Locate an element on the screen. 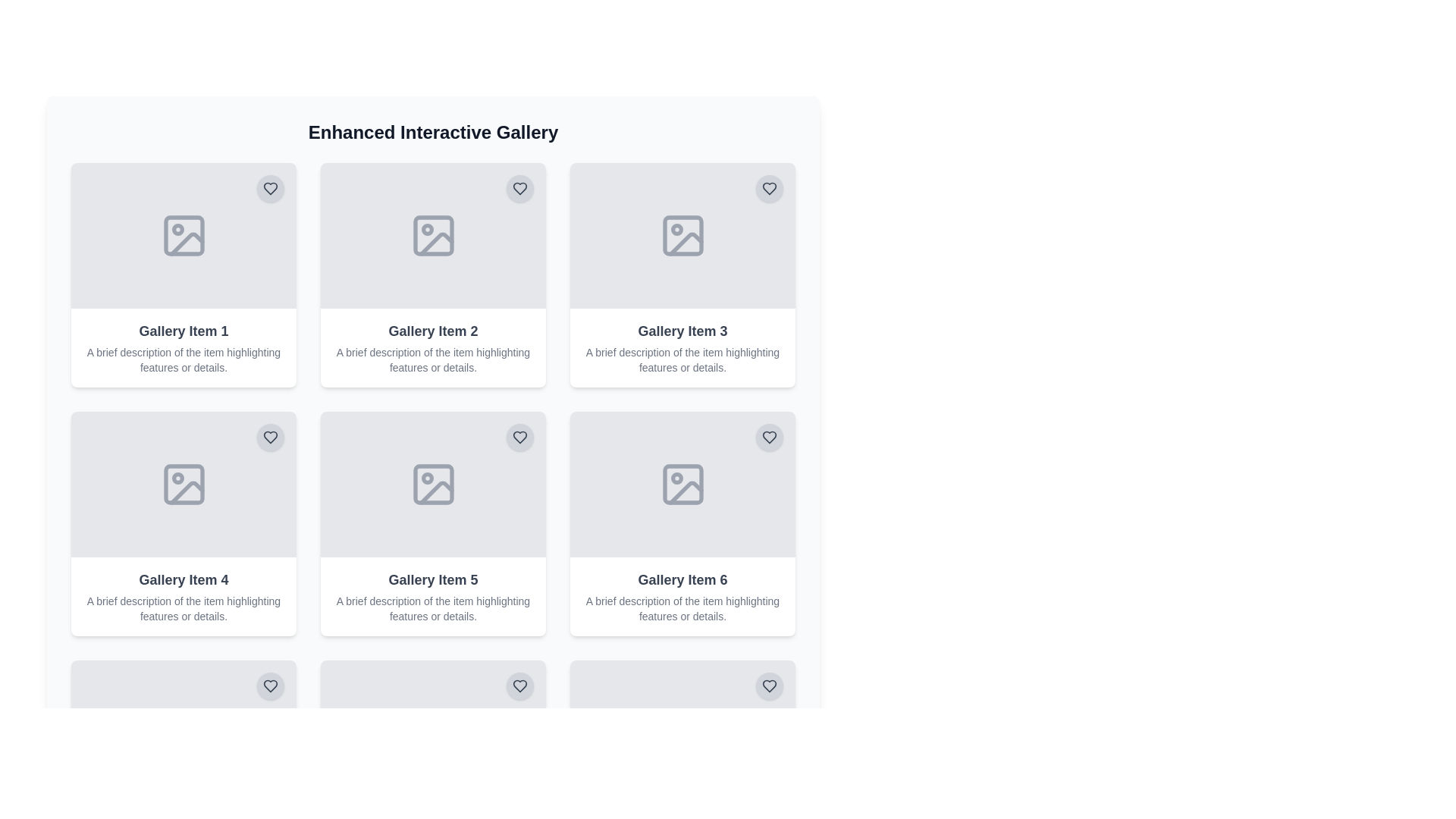  the heart-shaped icon in the top-right corner of the panel for 'Gallery Item 1', which is outlined in gray and commonly associated with likes or favorites is located at coordinates (270, 188).